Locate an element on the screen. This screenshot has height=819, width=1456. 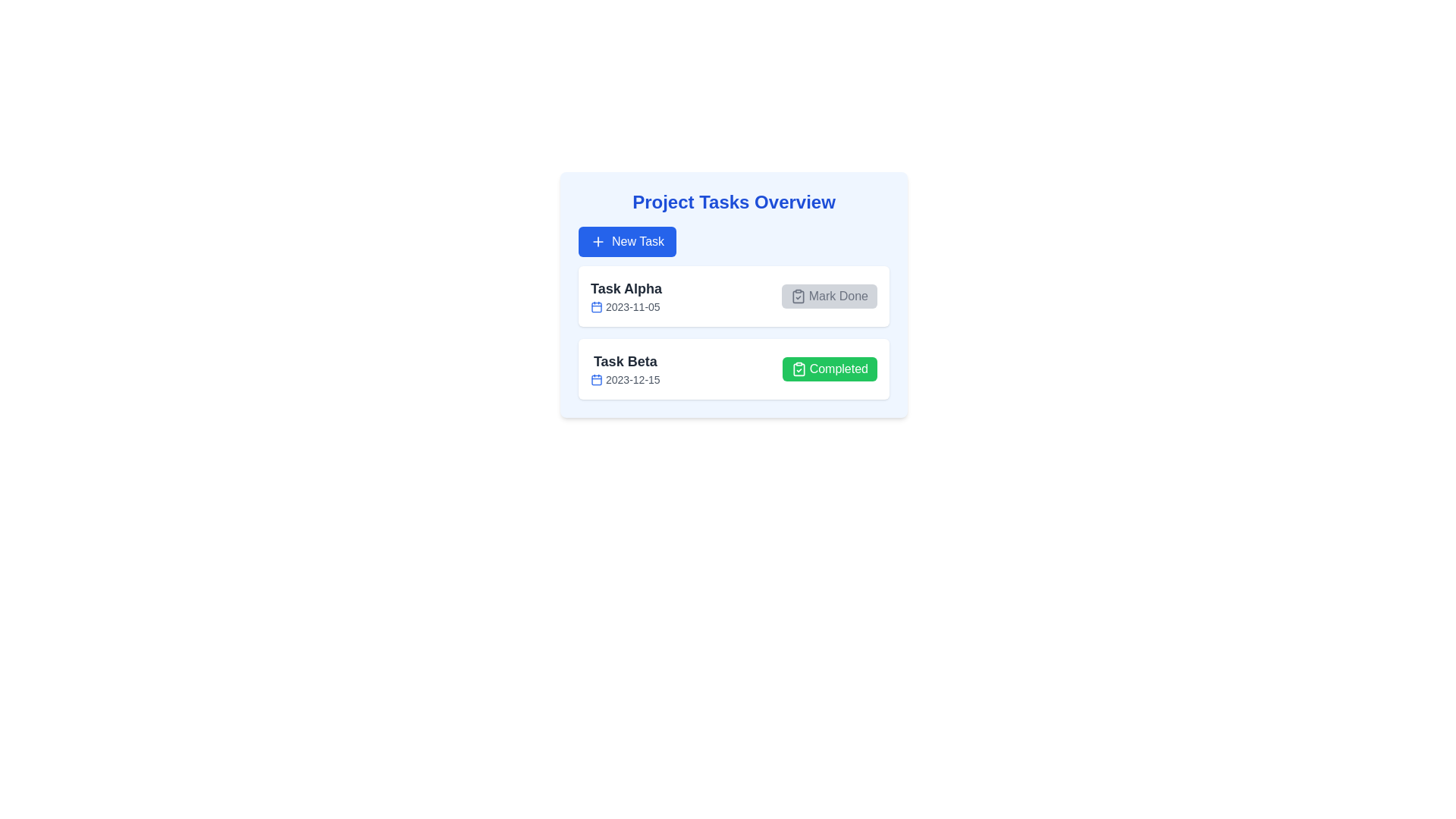
rounded rectangle element representing a calendar icon adjacent to the 'Task Beta' label in the task list UI for development purposes is located at coordinates (596, 379).